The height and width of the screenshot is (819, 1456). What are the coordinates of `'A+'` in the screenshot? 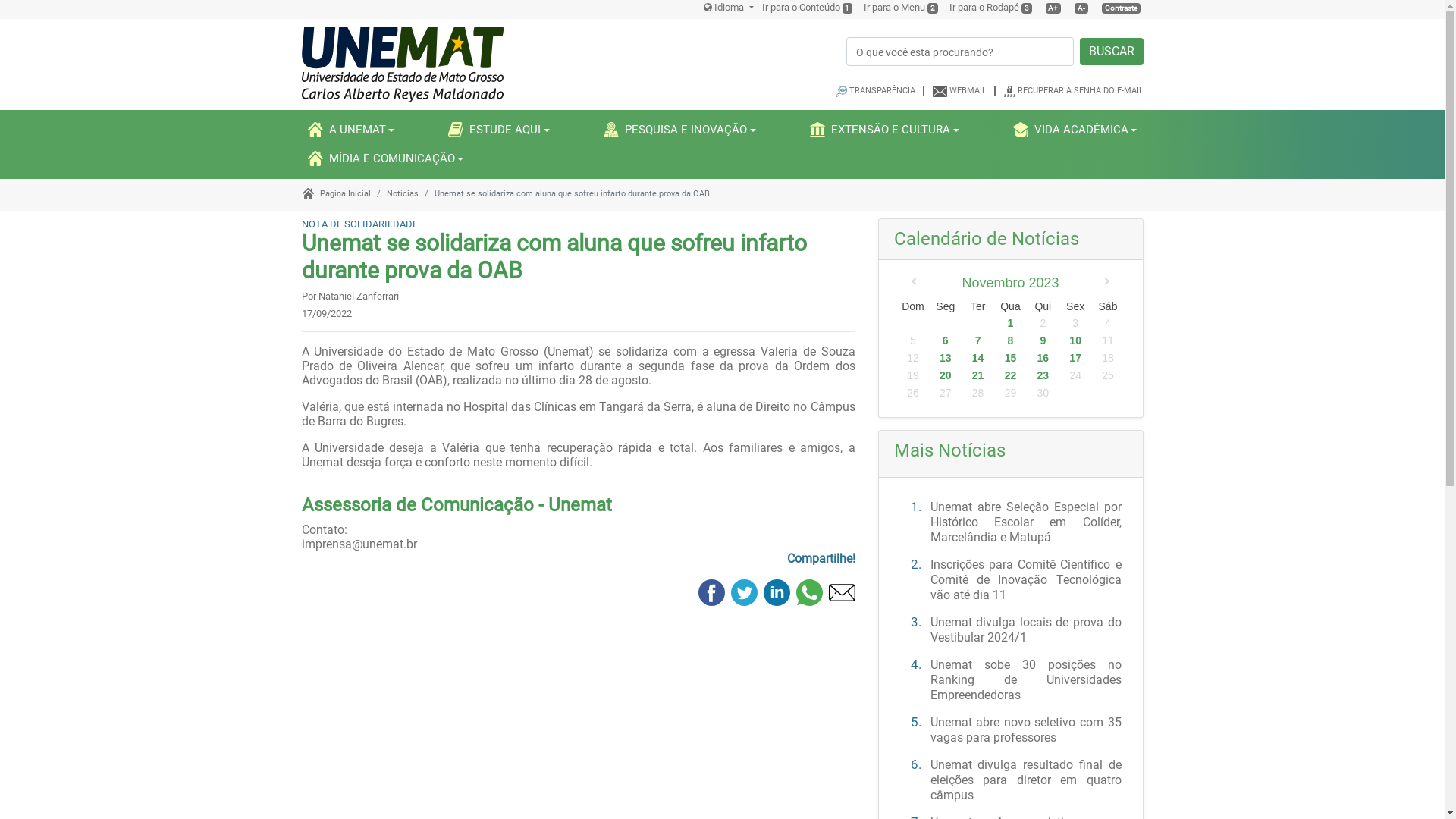 It's located at (1052, 8).